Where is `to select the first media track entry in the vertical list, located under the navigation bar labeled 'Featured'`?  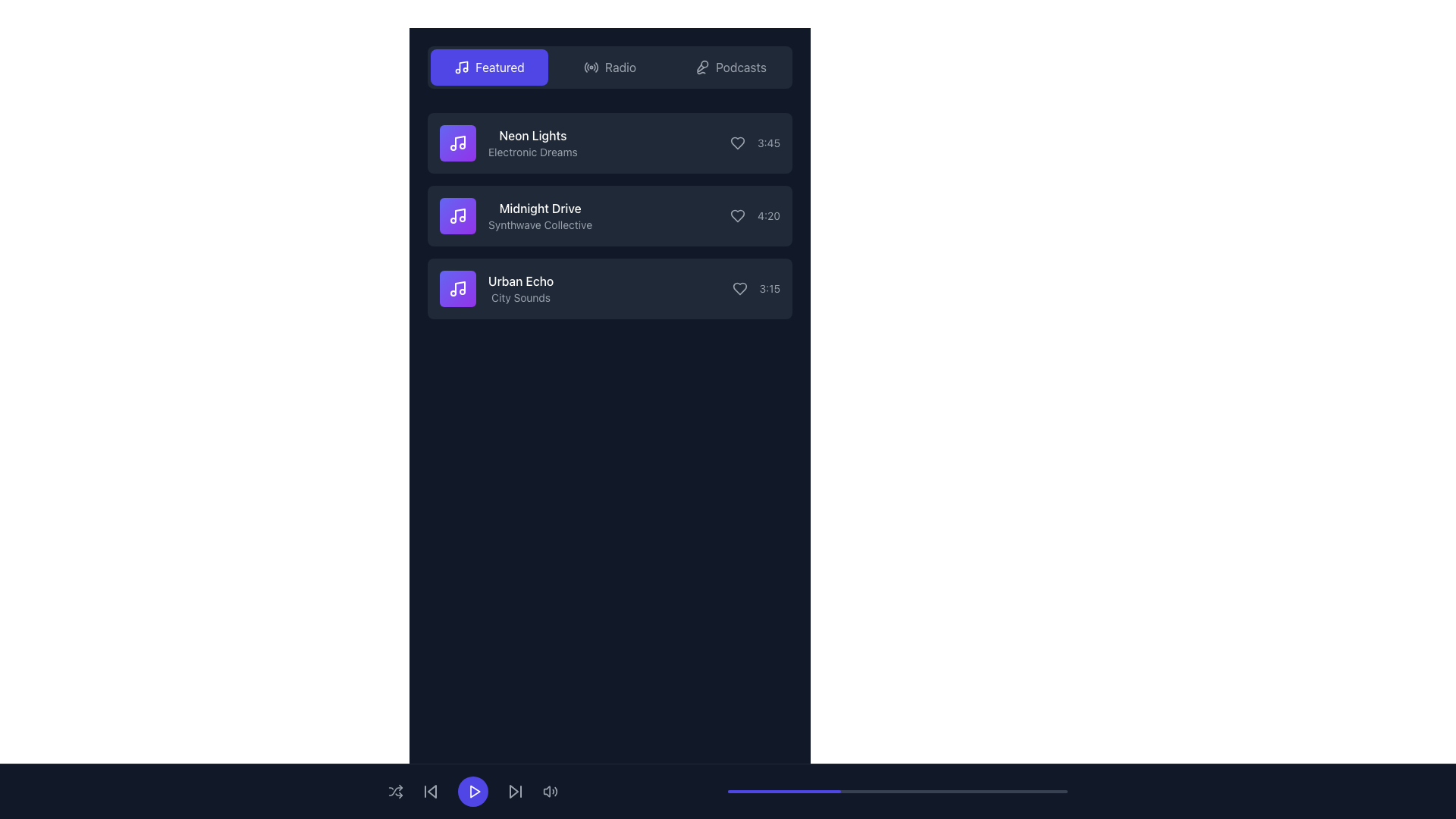 to select the first media track entry in the vertical list, located under the navigation bar labeled 'Featured' is located at coordinates (610, 143).